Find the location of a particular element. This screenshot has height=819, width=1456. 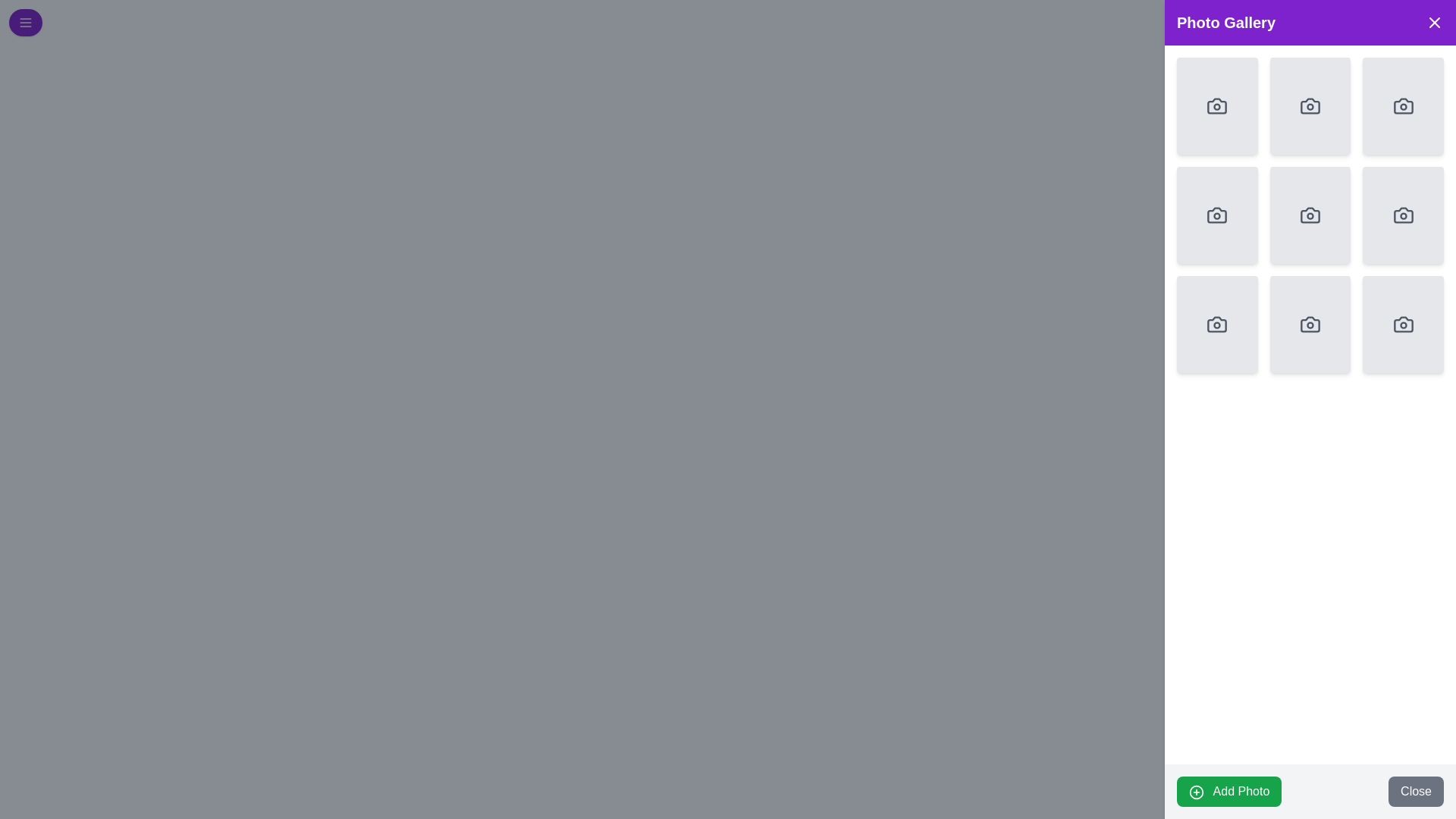

the SVG camera icon located in the second row, second column of the 3x3 grid layout within the photo gallery feature is located at coordinates (1310, 105).